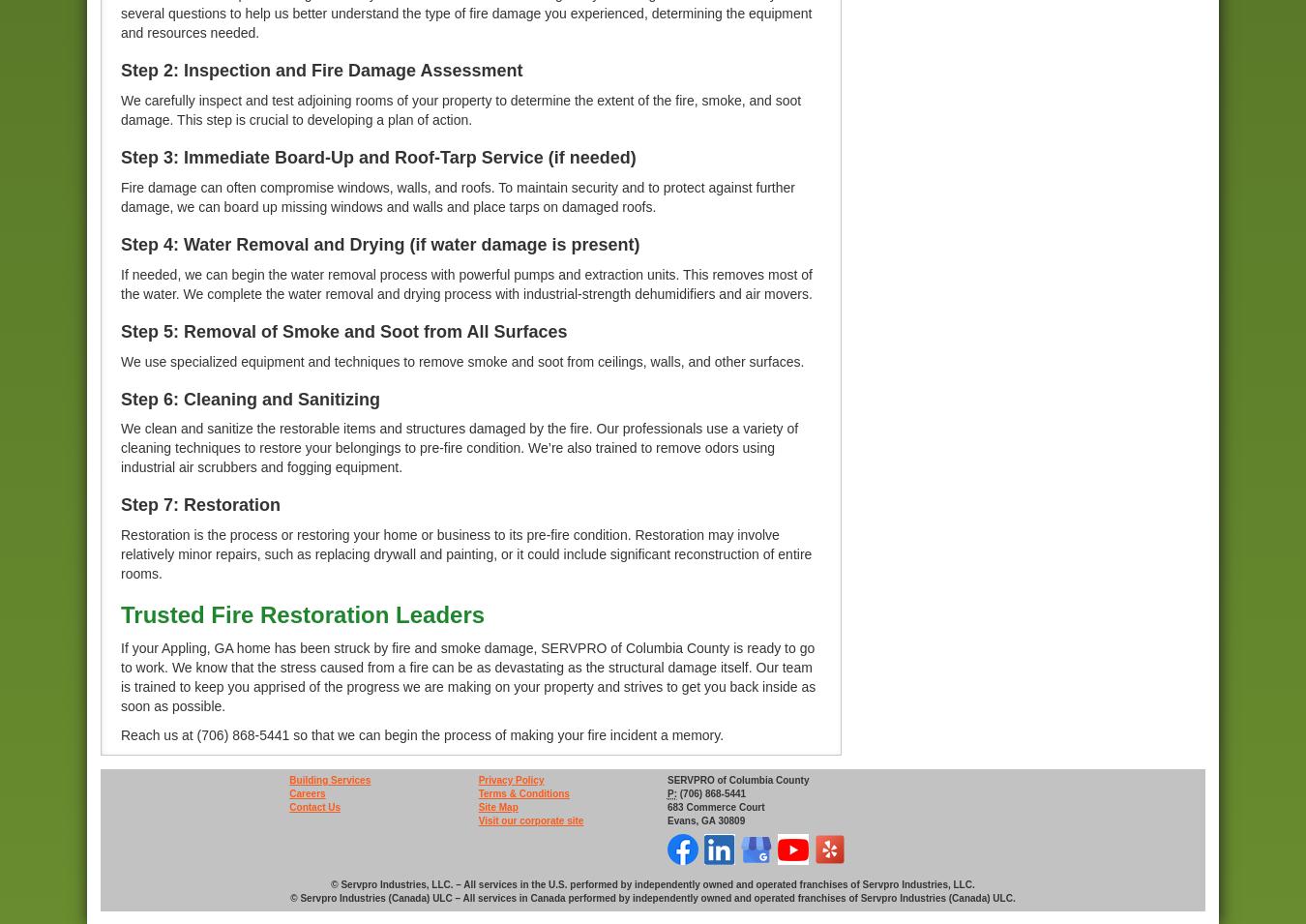  Describe the element at coordinates (521, 792) in the screenshot. I see `'Terms & Conditions'` at that location.